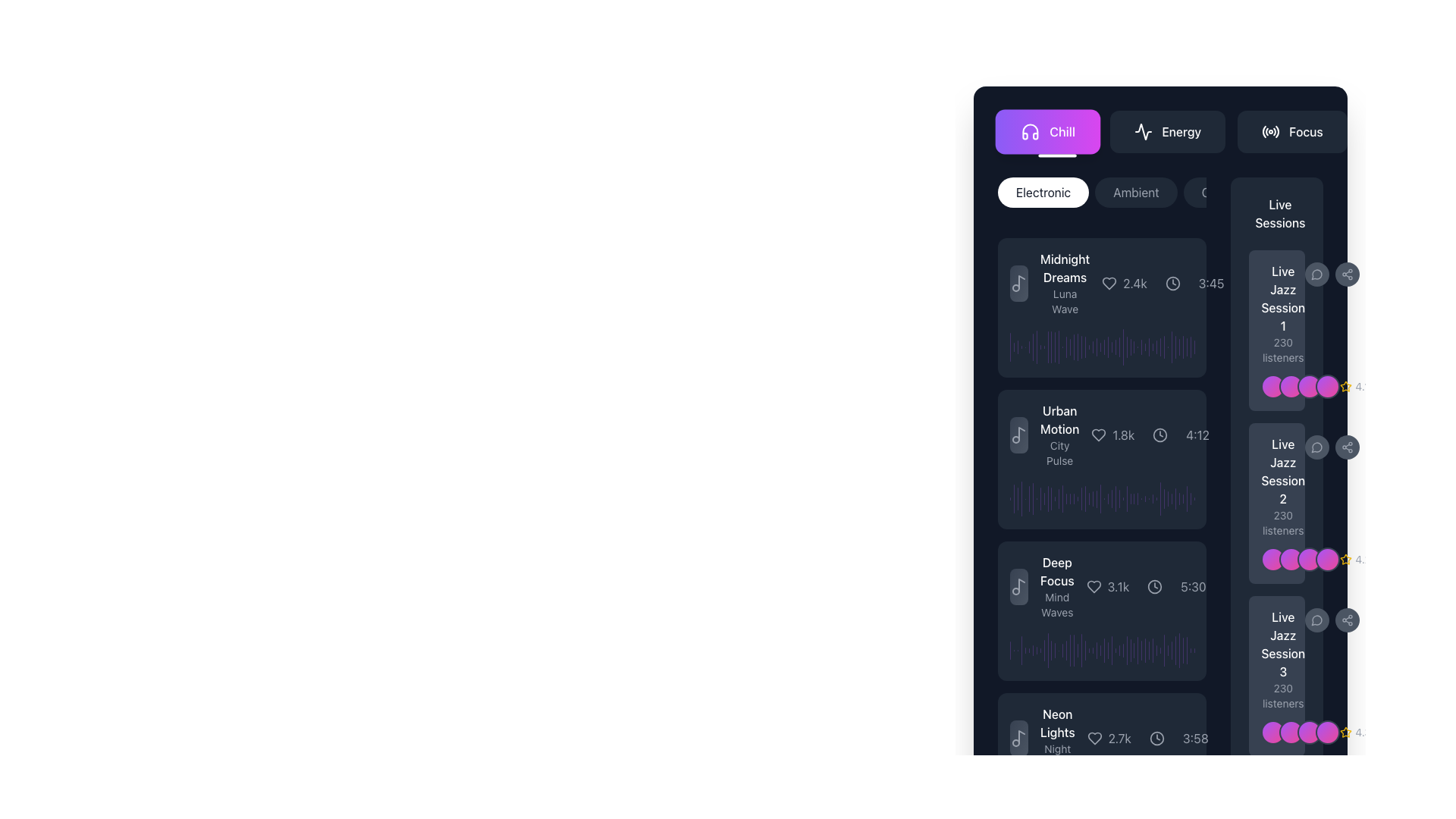 The width and height of the screenshot is (1456, 819). Describe the element at coordinates (1305, 130) in the screenshot. I see `the 'Focus' text label located in the top-right corner of the interface` at that location.